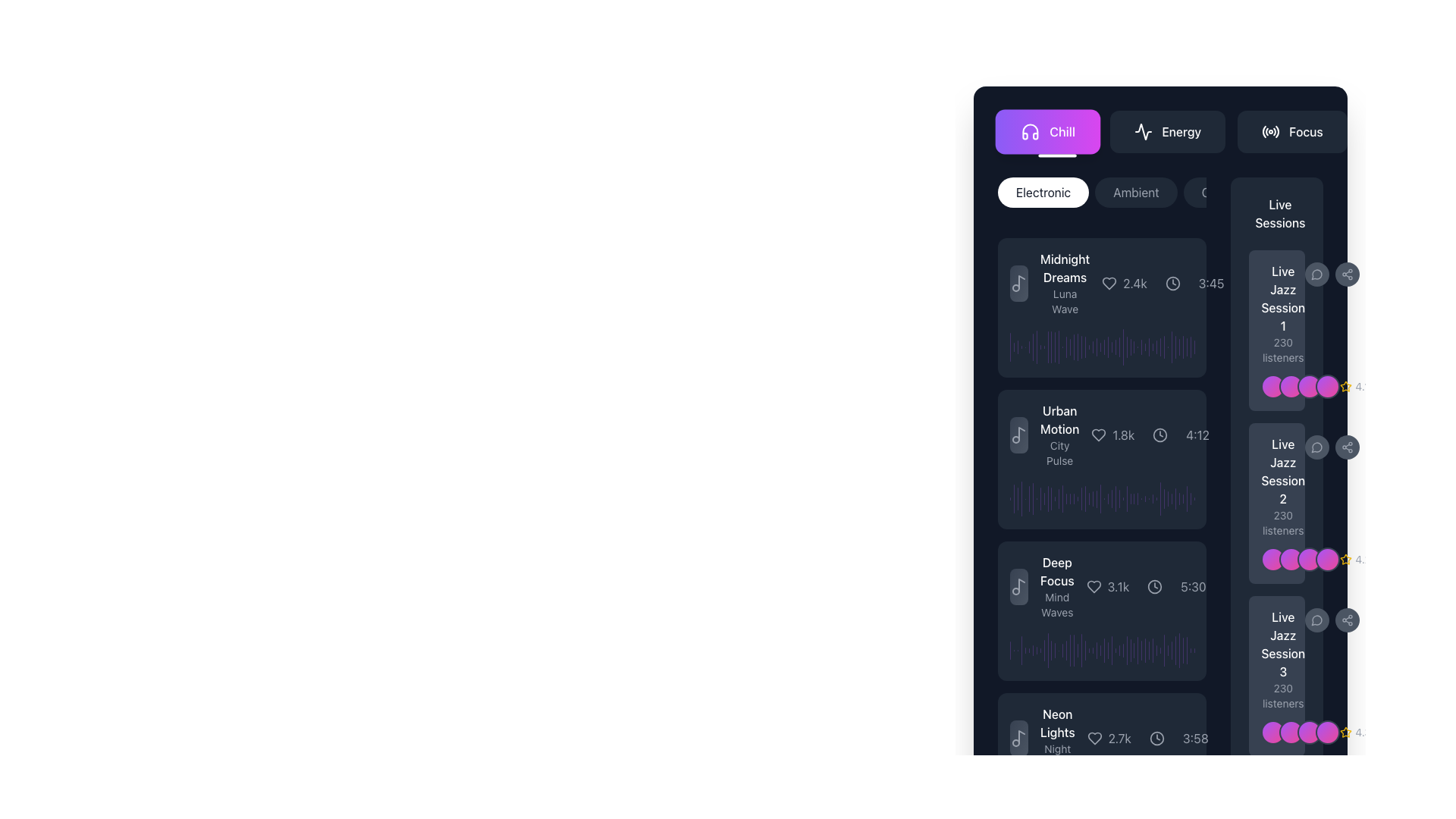 The width and height of the screenshot is (1456, 819). Describe the element at coordinates (1305, 130) in the screenshot. I see `the 'Focus' text label located in the top-right corner of the interface` at that location.